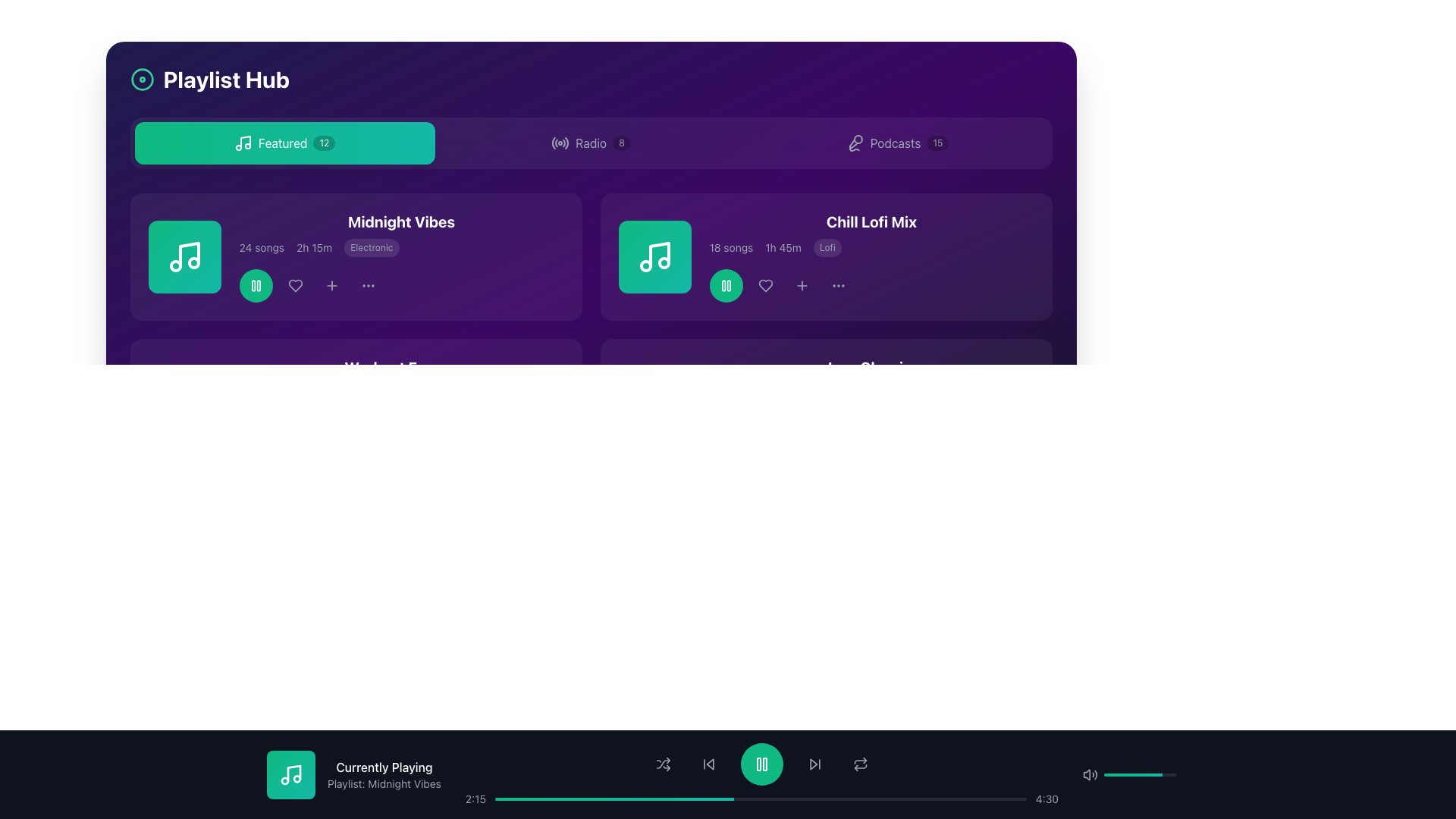  Describe the element at coordinates (731, 247) in the screenshot. I see `the text label displaying '18 songs', which is part of the playlist details and is located to the left of '1h 45m' and to the right of 'Chill Lofi Mix'` at that location.